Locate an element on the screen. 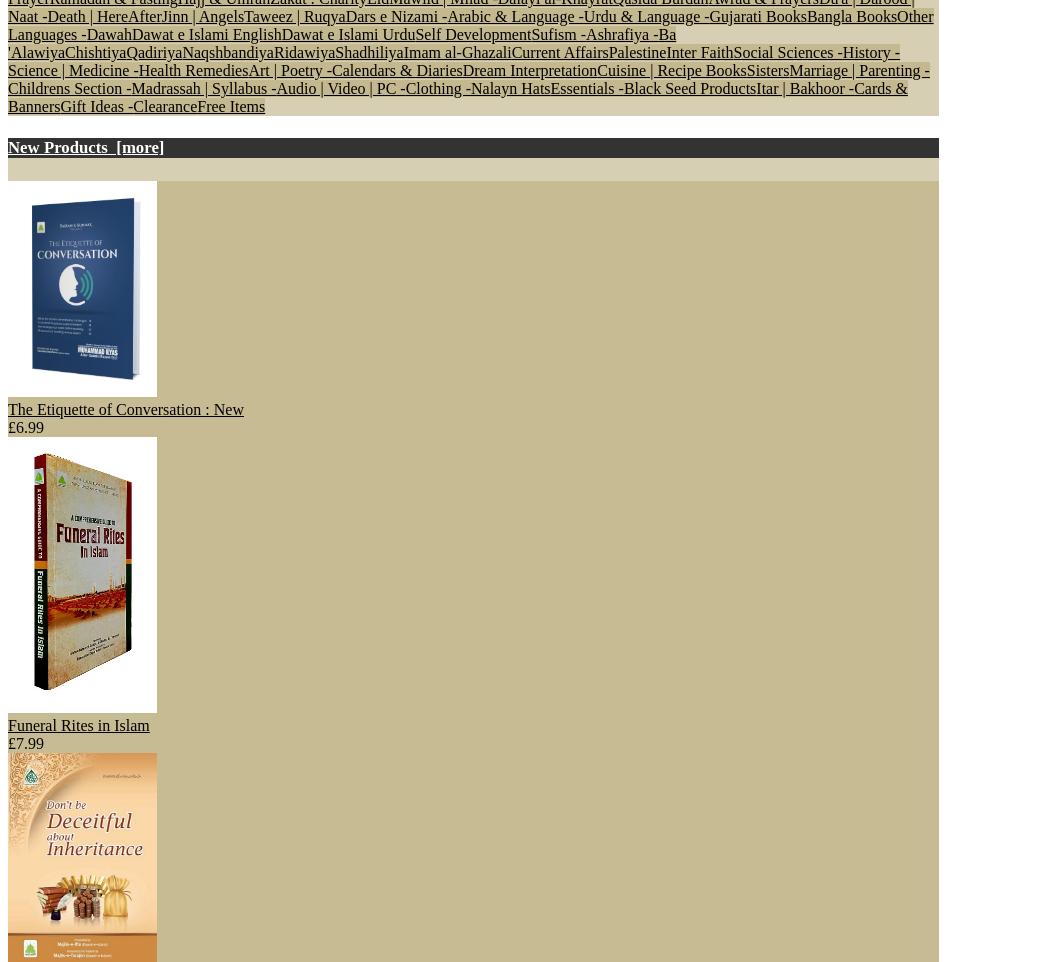 Image resolution: width=1050 pixels, height=962 pixels. 'Cuisine | Recipe Books' is located at coordinates (670, 69).